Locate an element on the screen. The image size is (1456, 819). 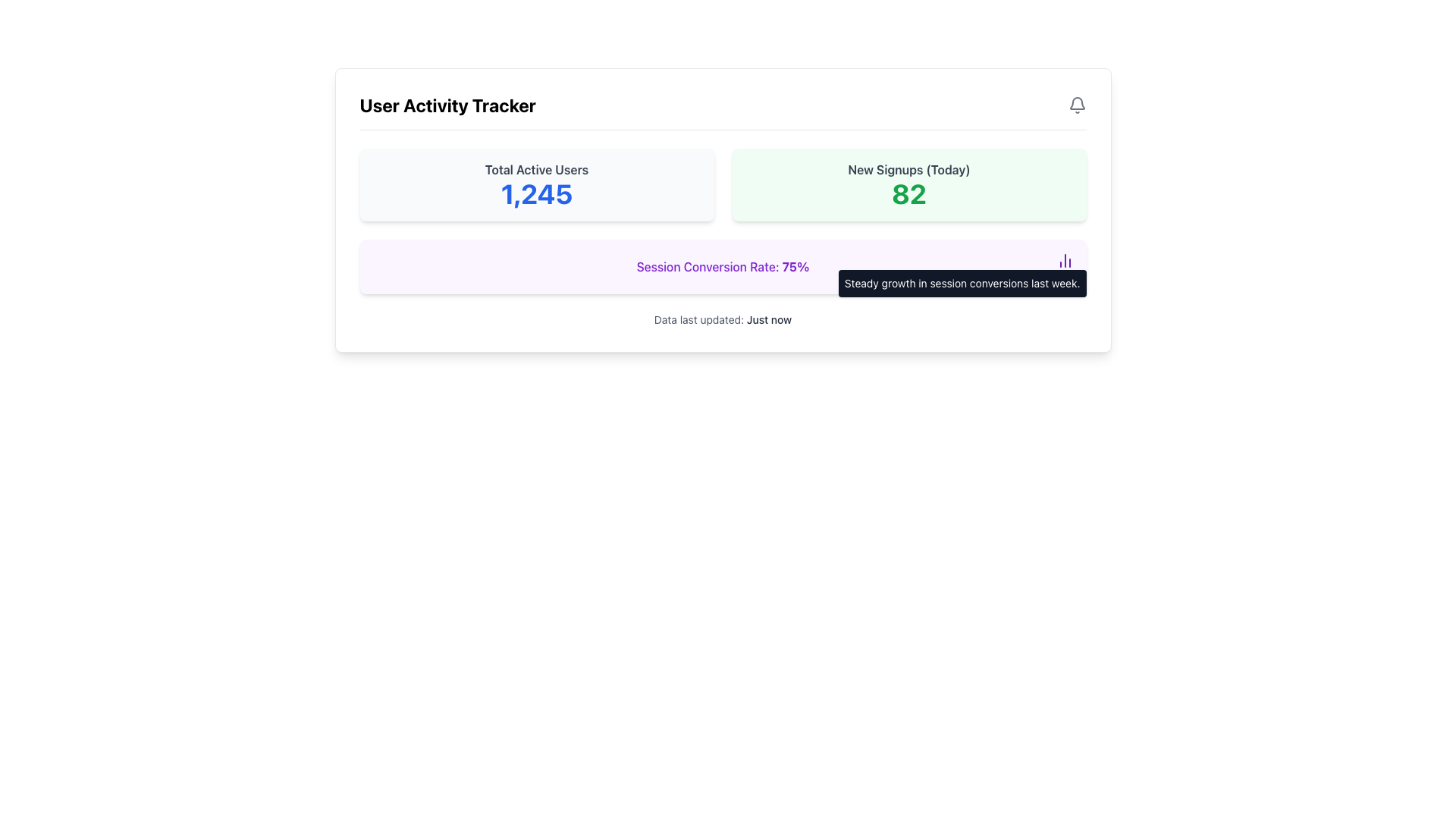
information displayed in the tooltip with the text 'Steady growth in session conversions last week.' which is located to the right side near the top of the card labeled 'Session Conversion Rate: 75%.' is located at coordinates (962, 284).